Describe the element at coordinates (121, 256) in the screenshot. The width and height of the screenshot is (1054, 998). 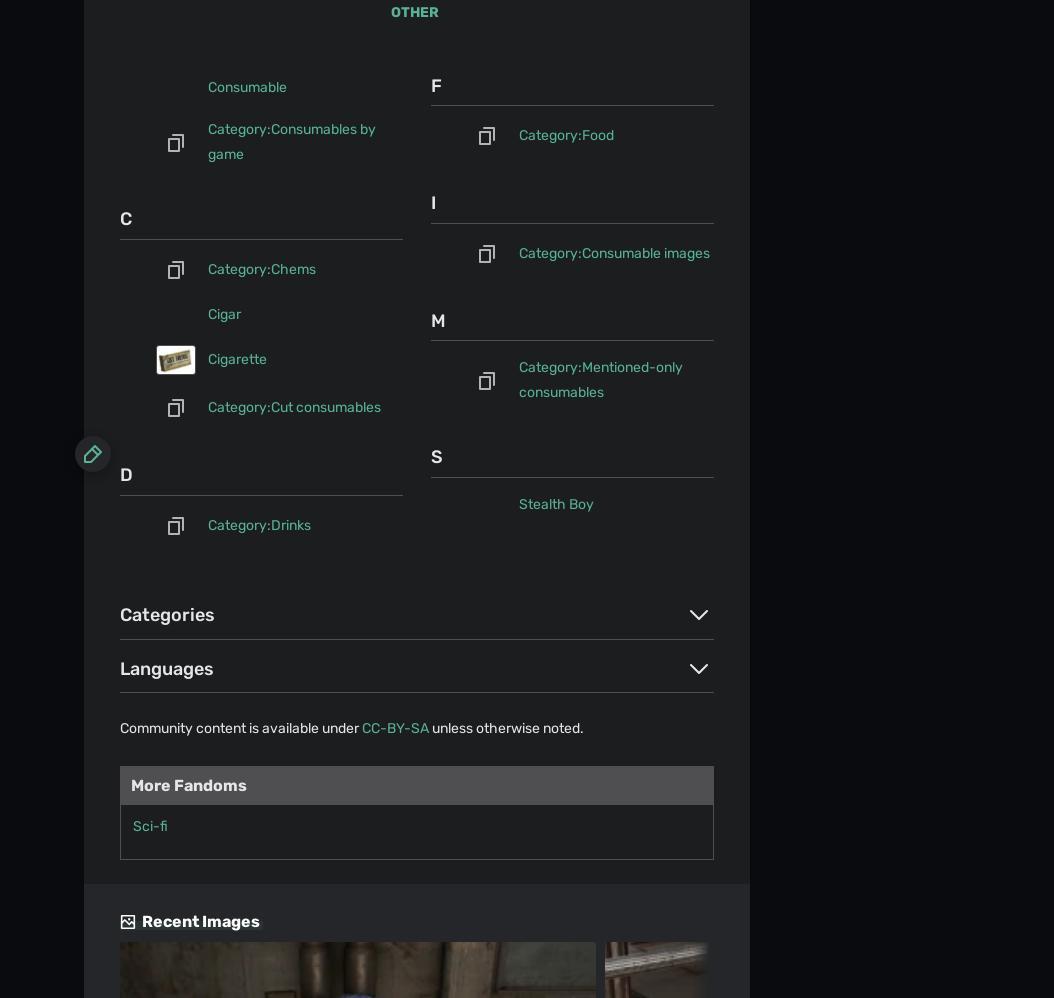
I see `'Community'` at that location.